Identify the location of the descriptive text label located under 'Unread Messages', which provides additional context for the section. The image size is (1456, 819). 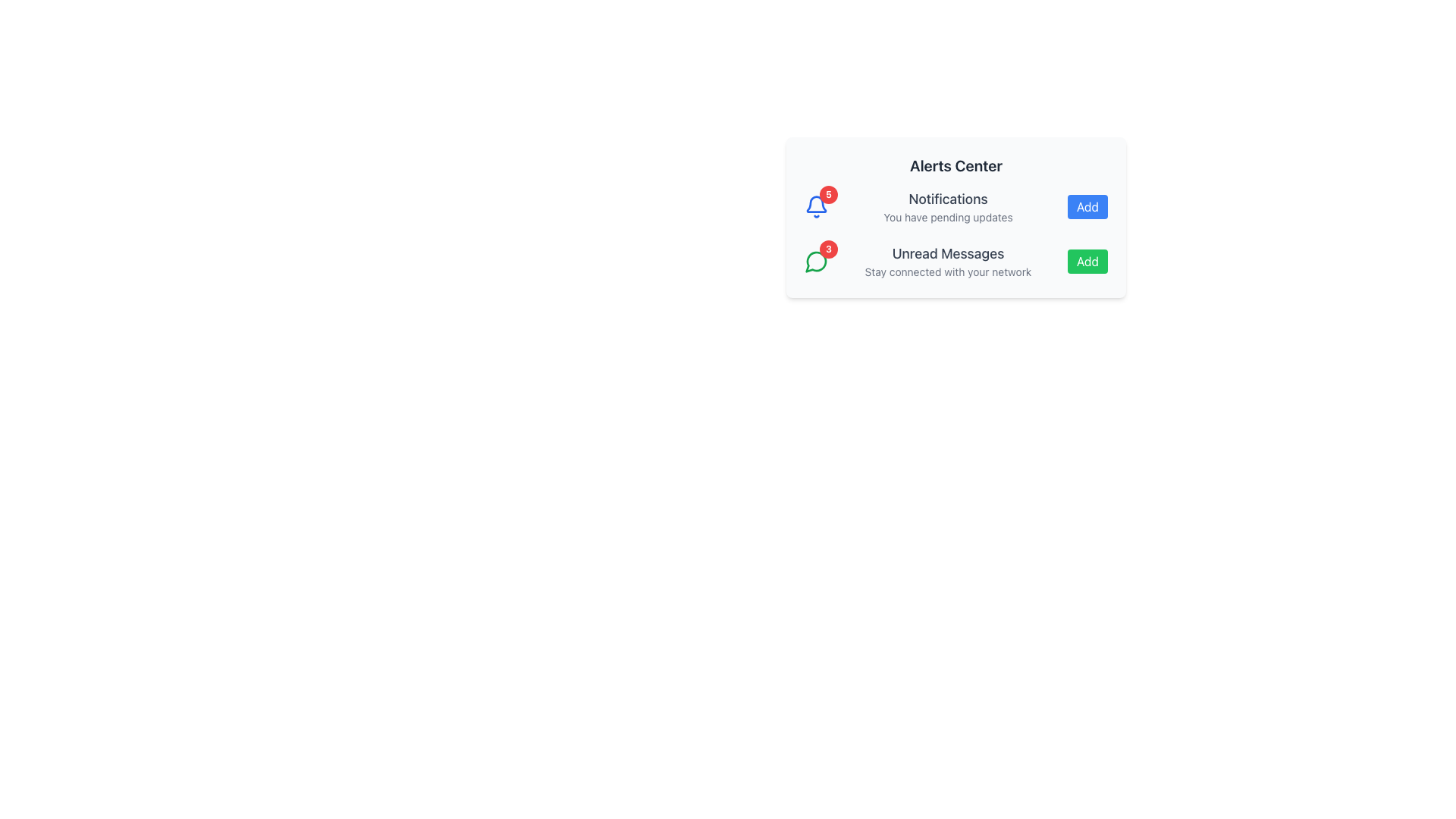
(947, 271).